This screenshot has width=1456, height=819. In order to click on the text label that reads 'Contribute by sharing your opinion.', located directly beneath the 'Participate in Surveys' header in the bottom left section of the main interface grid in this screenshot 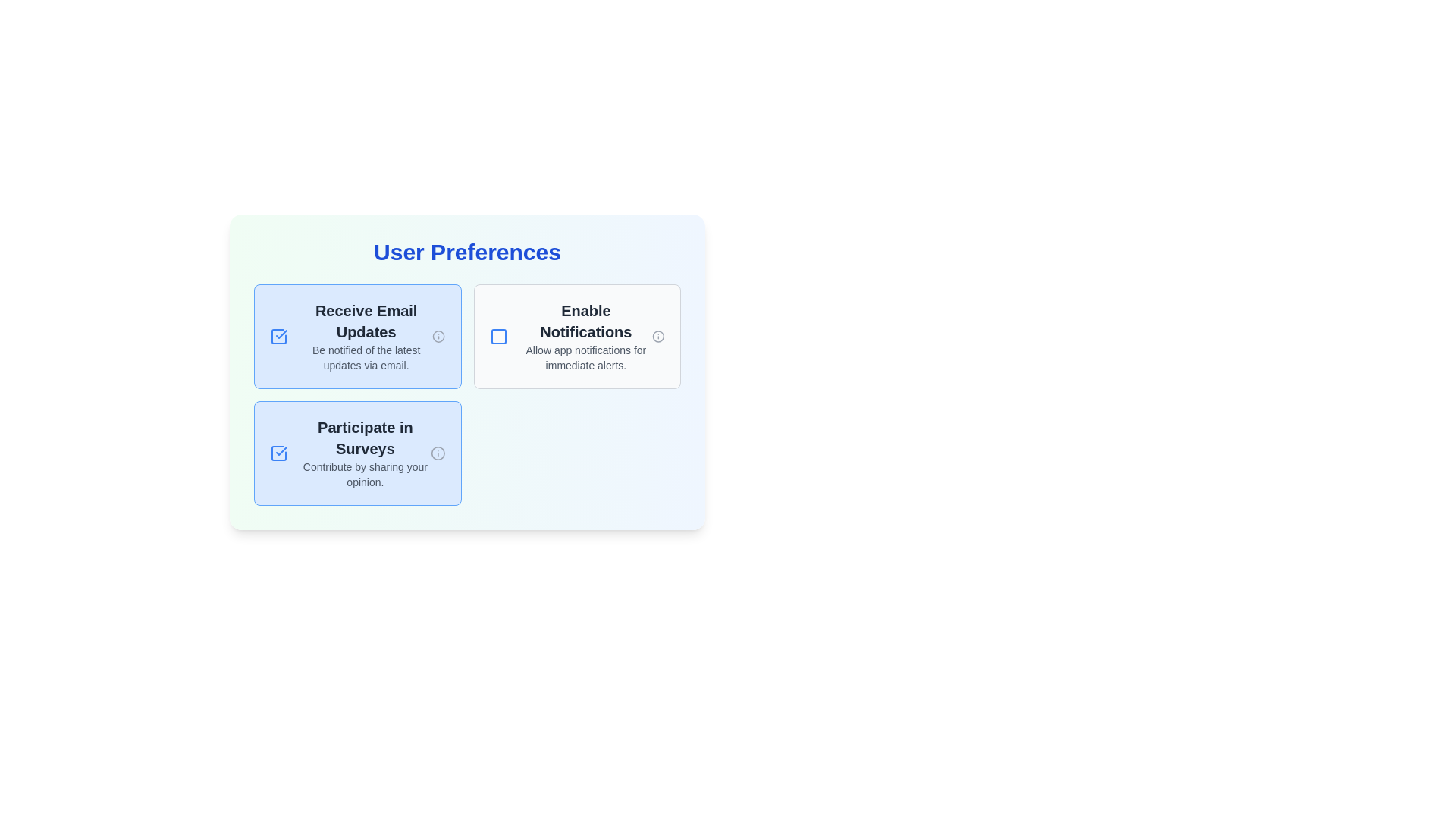, I will do `click(365, 473)`.